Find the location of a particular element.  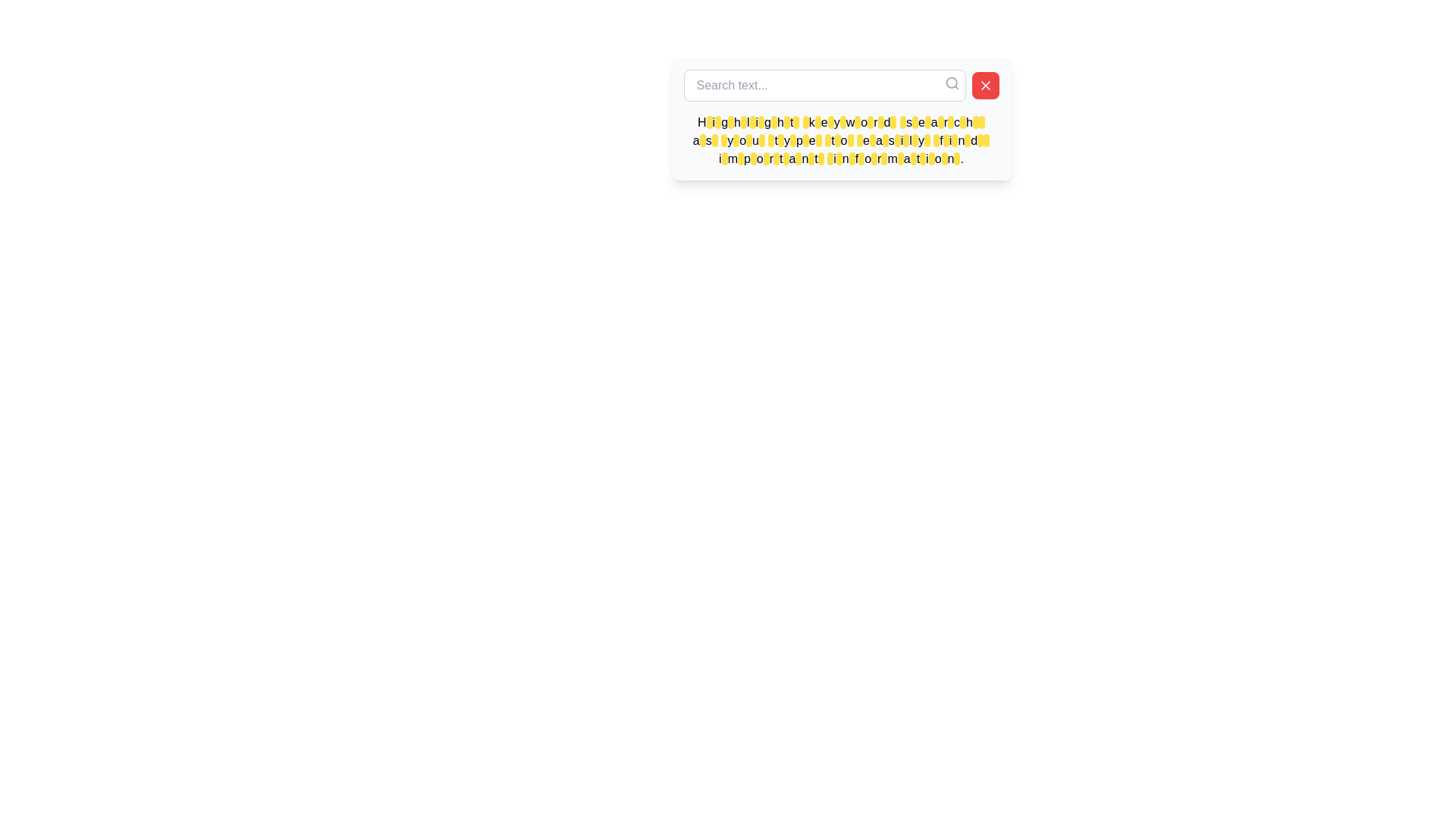

the visual highlight or tag with a yellow background and black text, positioned adjacent to the word 'information.' is located at coordinates (930, 158).